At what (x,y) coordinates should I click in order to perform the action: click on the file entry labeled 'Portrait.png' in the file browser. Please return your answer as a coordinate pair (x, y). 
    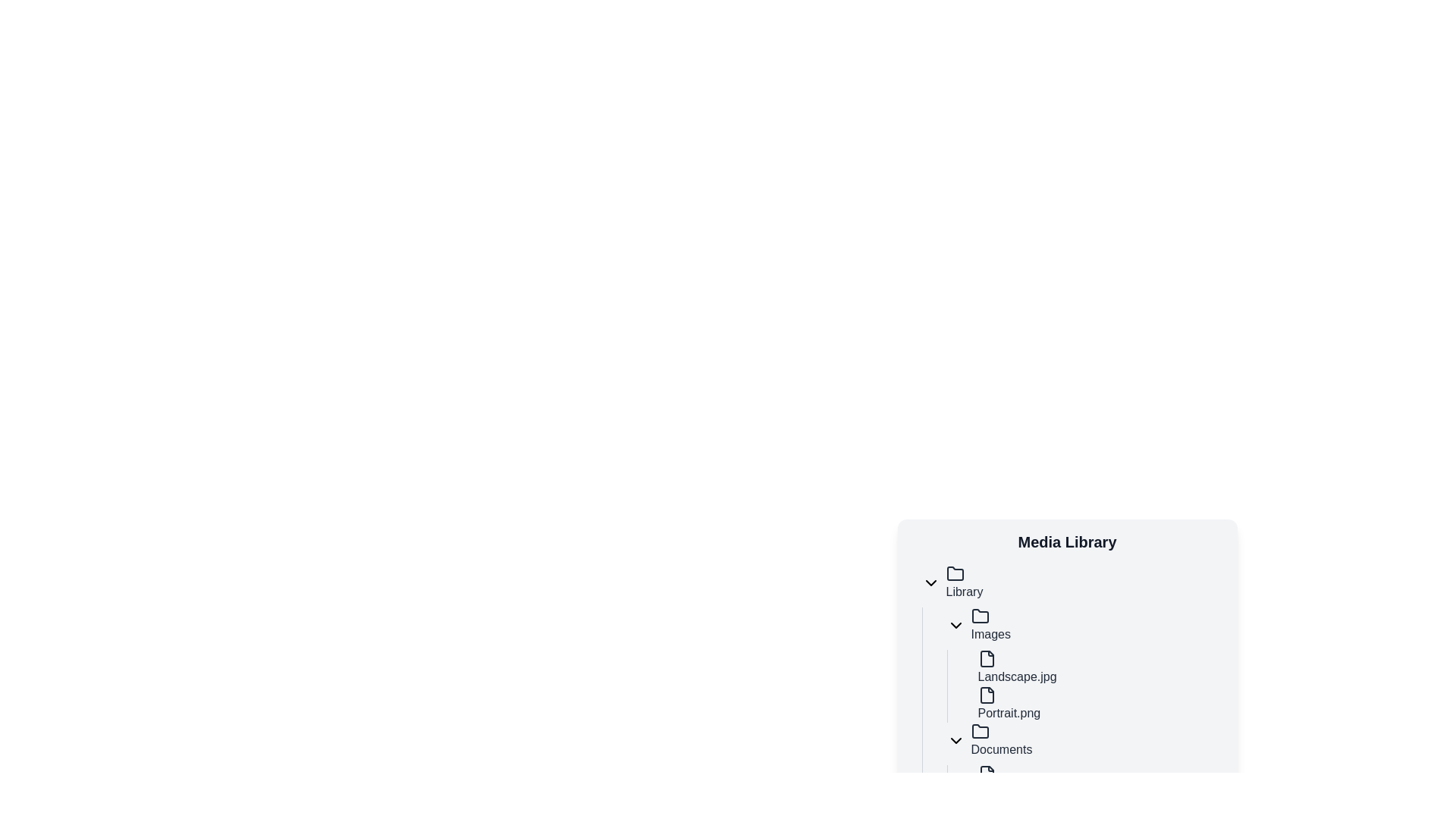
    Looking at the image, I should click on (1098, 704).